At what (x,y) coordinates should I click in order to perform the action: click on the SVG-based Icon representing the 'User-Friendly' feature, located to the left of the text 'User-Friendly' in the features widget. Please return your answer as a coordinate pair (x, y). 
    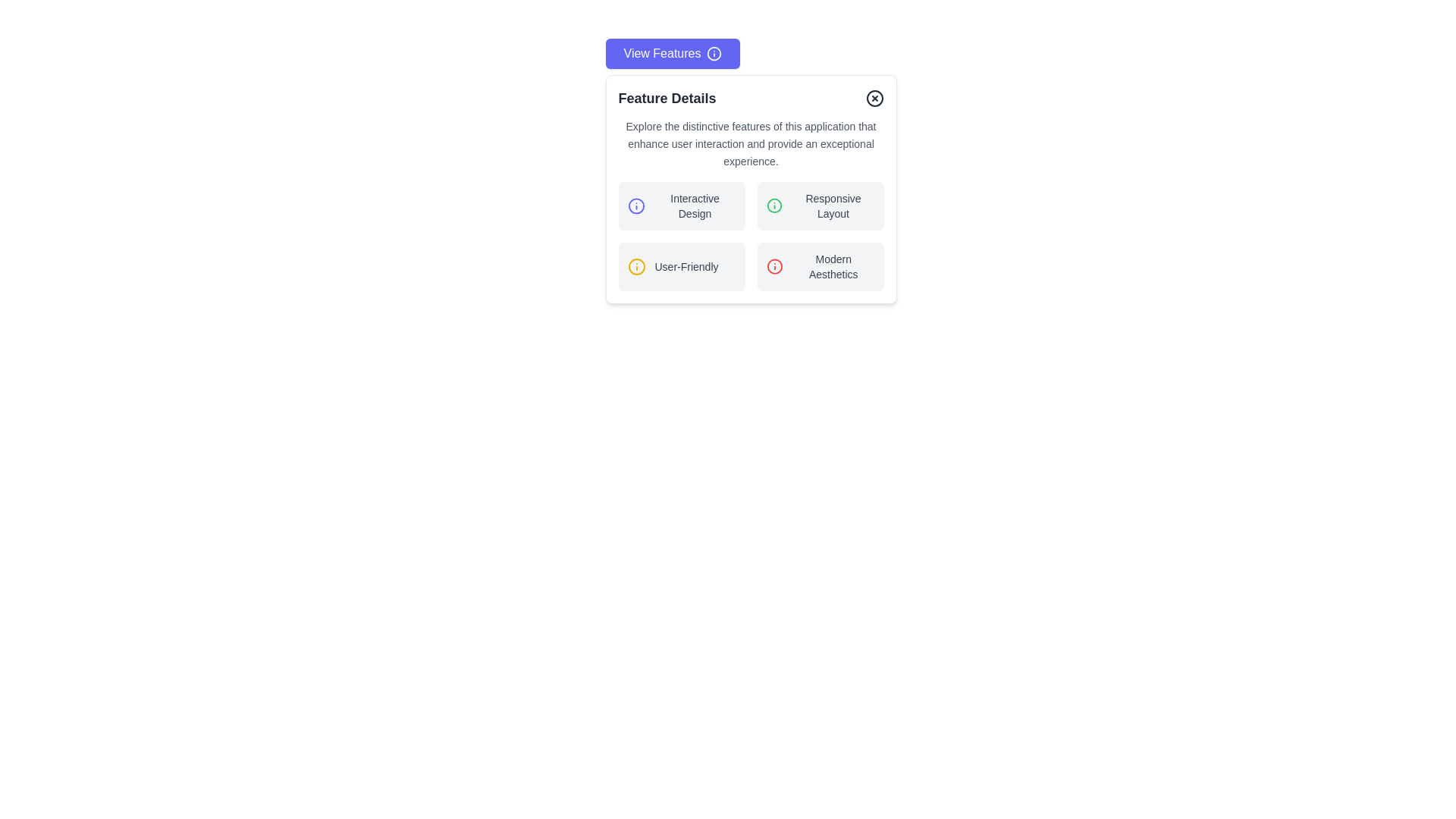
    Looking at the image, I should click on (636, 266).